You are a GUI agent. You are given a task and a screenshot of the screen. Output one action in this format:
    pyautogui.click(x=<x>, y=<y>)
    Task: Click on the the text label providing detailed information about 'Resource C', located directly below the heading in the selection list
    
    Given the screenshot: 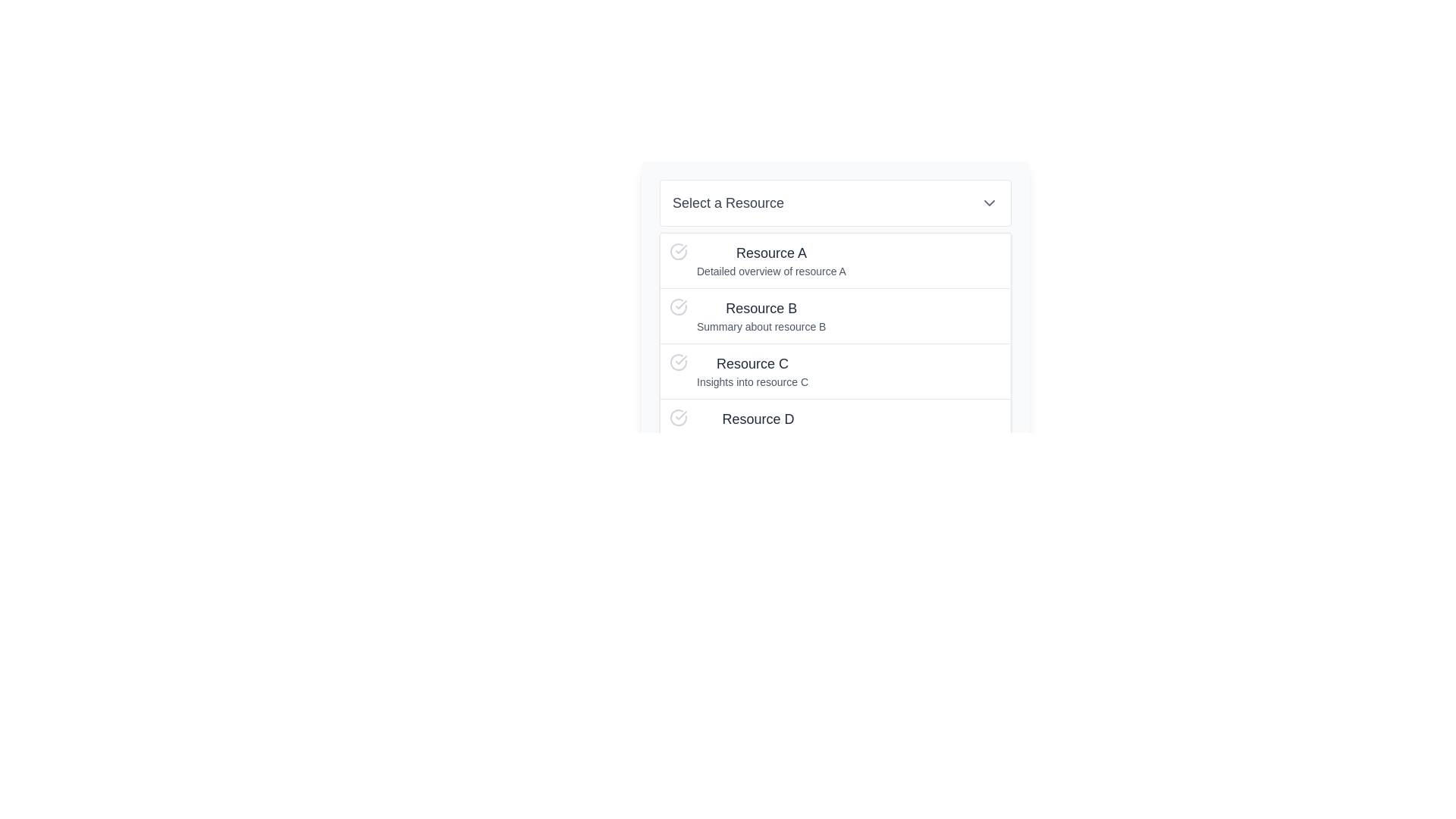 What is the action you would take?
    pyautogui.click(x=752, y=381)
    